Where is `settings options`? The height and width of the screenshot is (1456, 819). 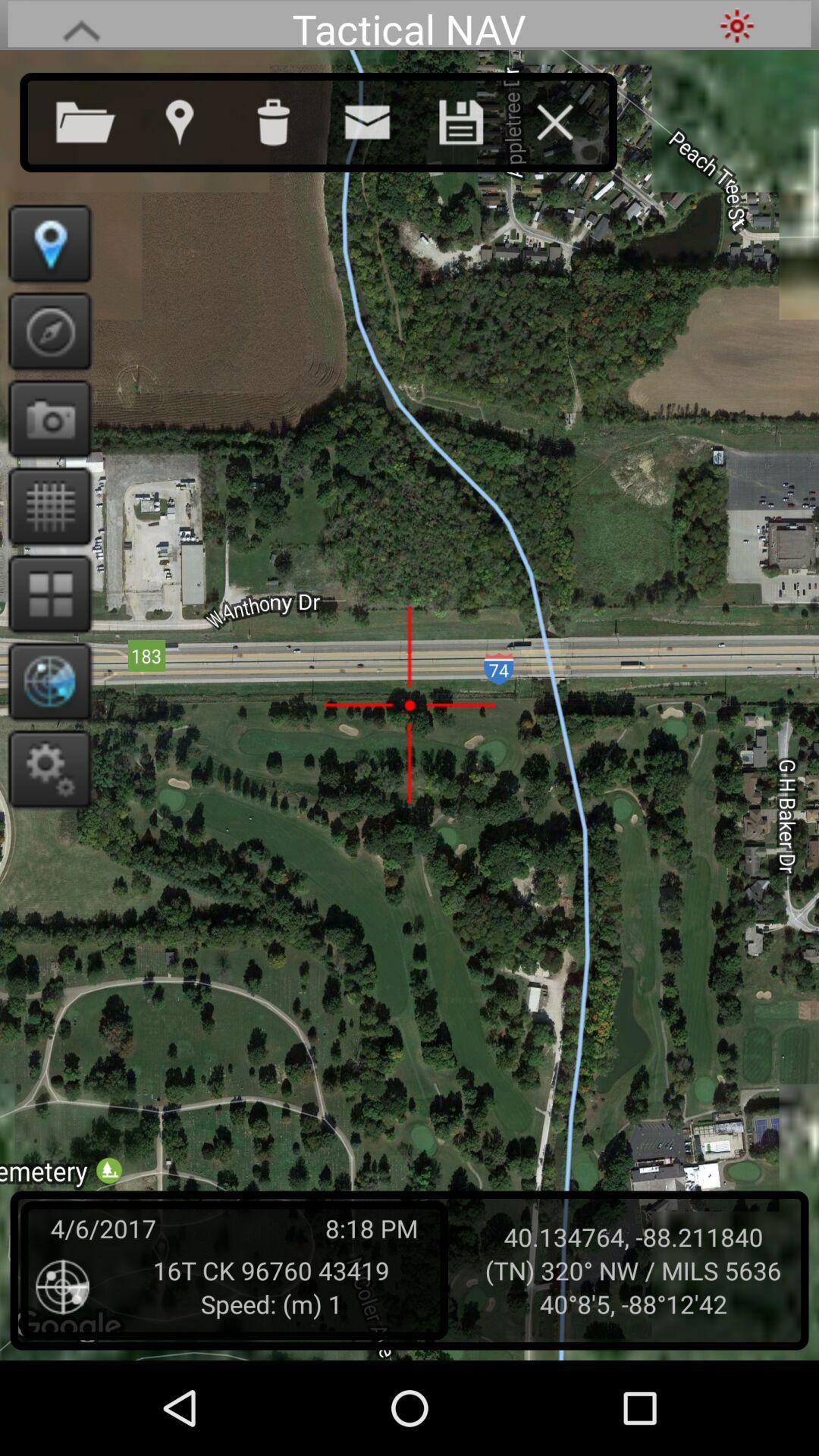 settings options is located at coordinates (44, 768).